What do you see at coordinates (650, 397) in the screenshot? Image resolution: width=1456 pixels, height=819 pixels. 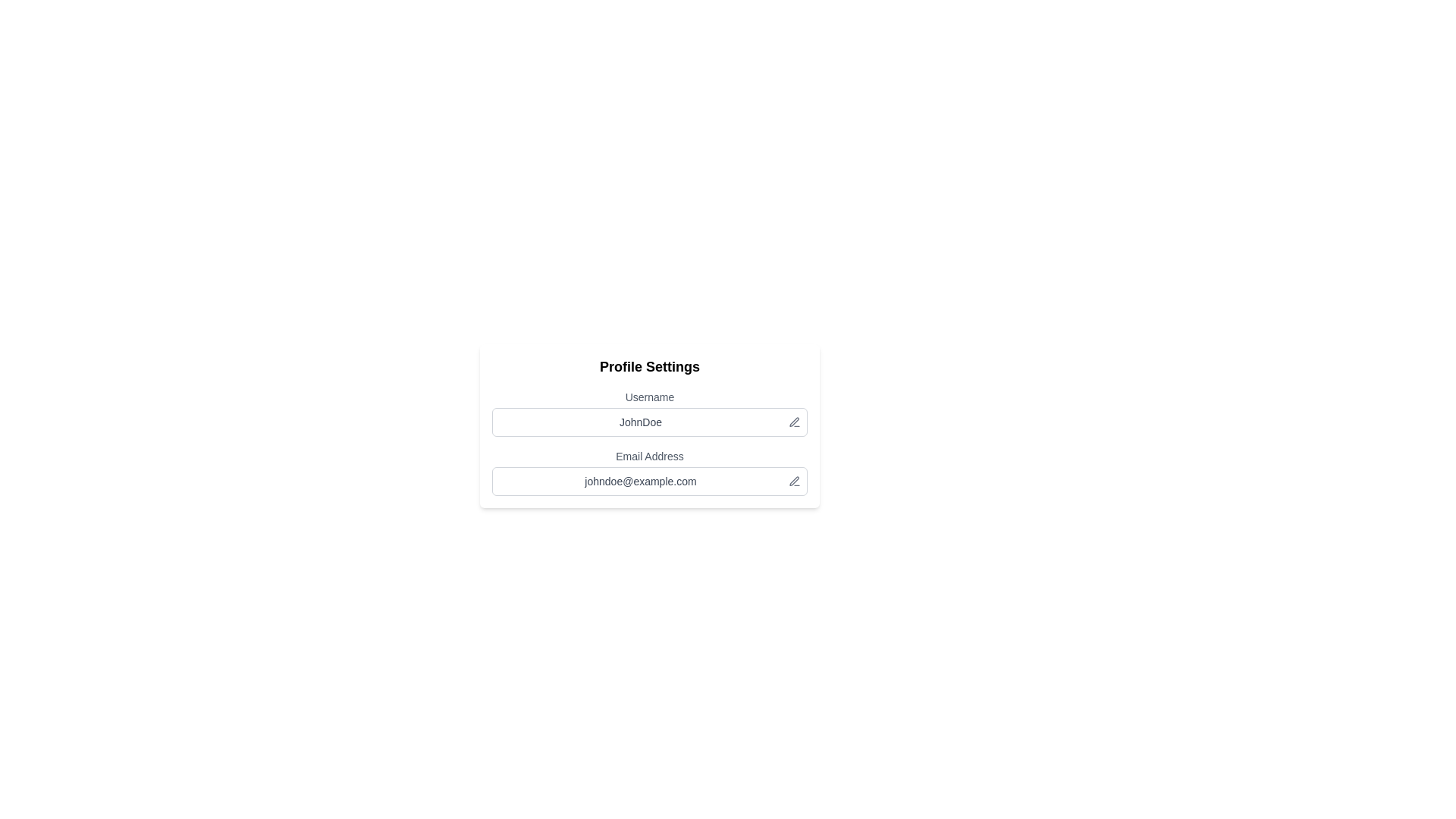 I see `the label that describes the username field, which is positioned above the 'JohnDoe' username display` at bounding box center [650, 397].